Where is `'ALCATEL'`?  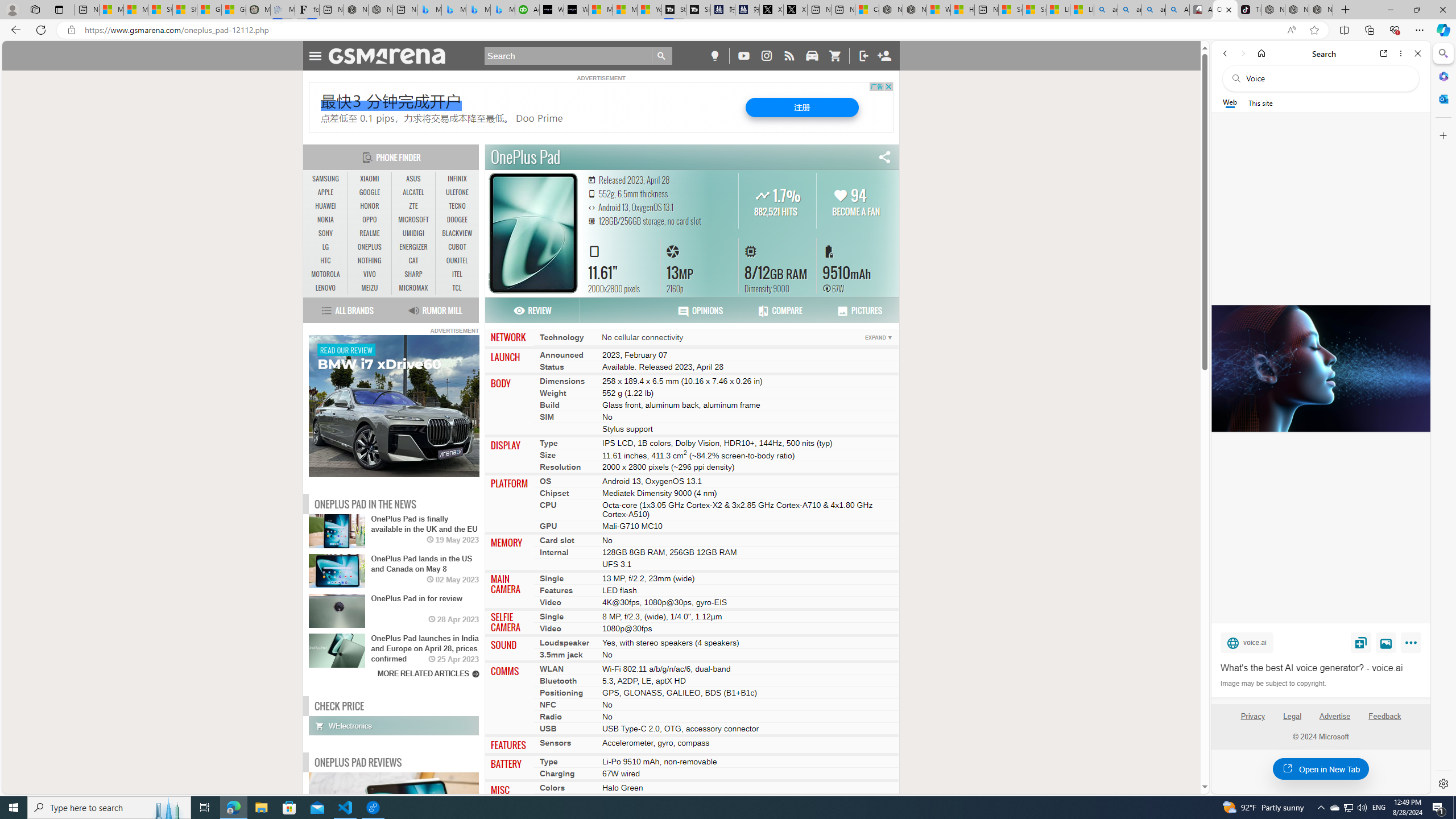 'ALCATEL' is located at coordinates (413, 192).